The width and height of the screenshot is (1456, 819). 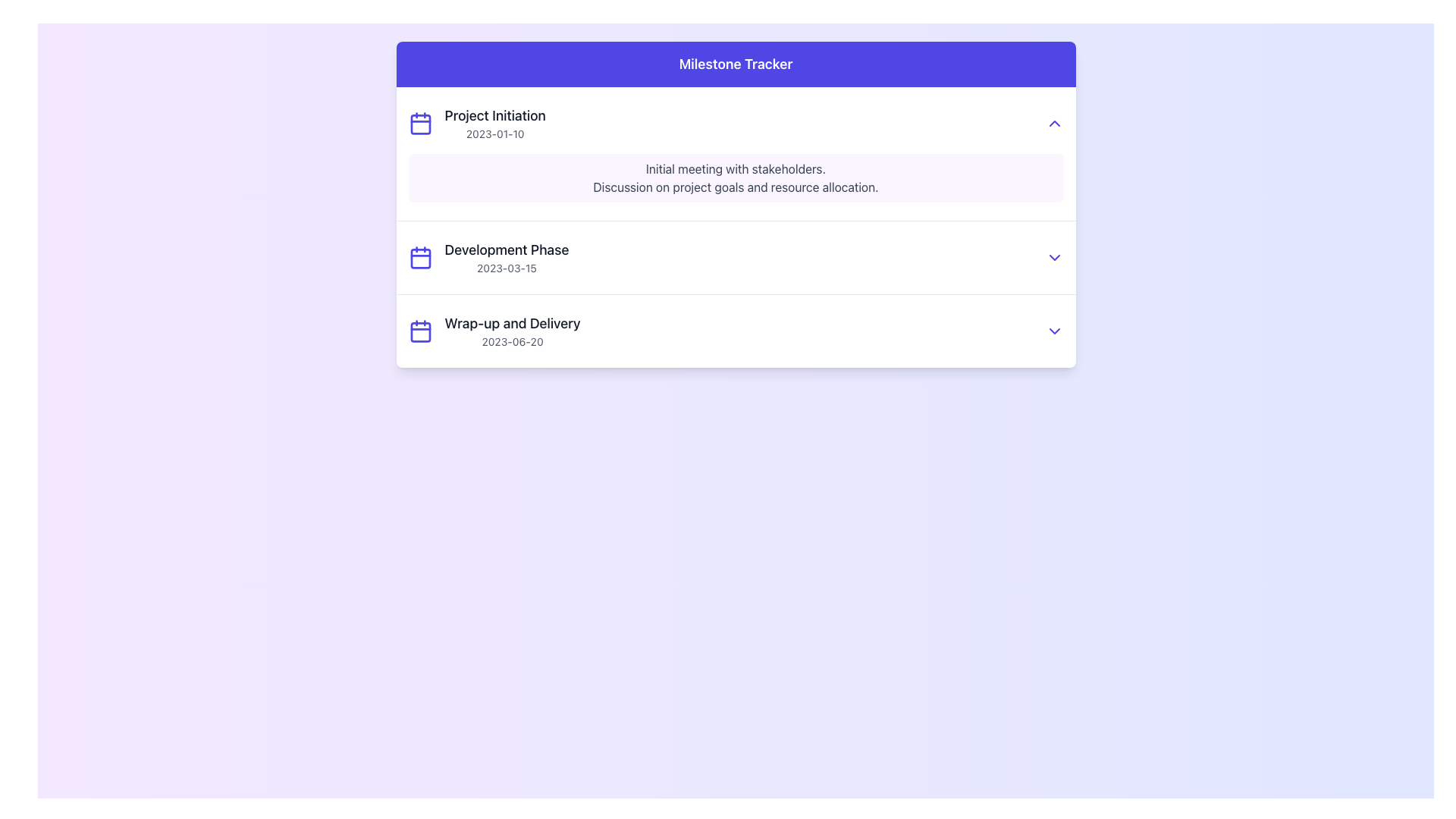 What do you see at coordinates (420, 331) in the screenshot?
I see `the calendar icon representing the 'Wrap-up and Delivery' milestone in the timeline` at bounding box center [420, 331].